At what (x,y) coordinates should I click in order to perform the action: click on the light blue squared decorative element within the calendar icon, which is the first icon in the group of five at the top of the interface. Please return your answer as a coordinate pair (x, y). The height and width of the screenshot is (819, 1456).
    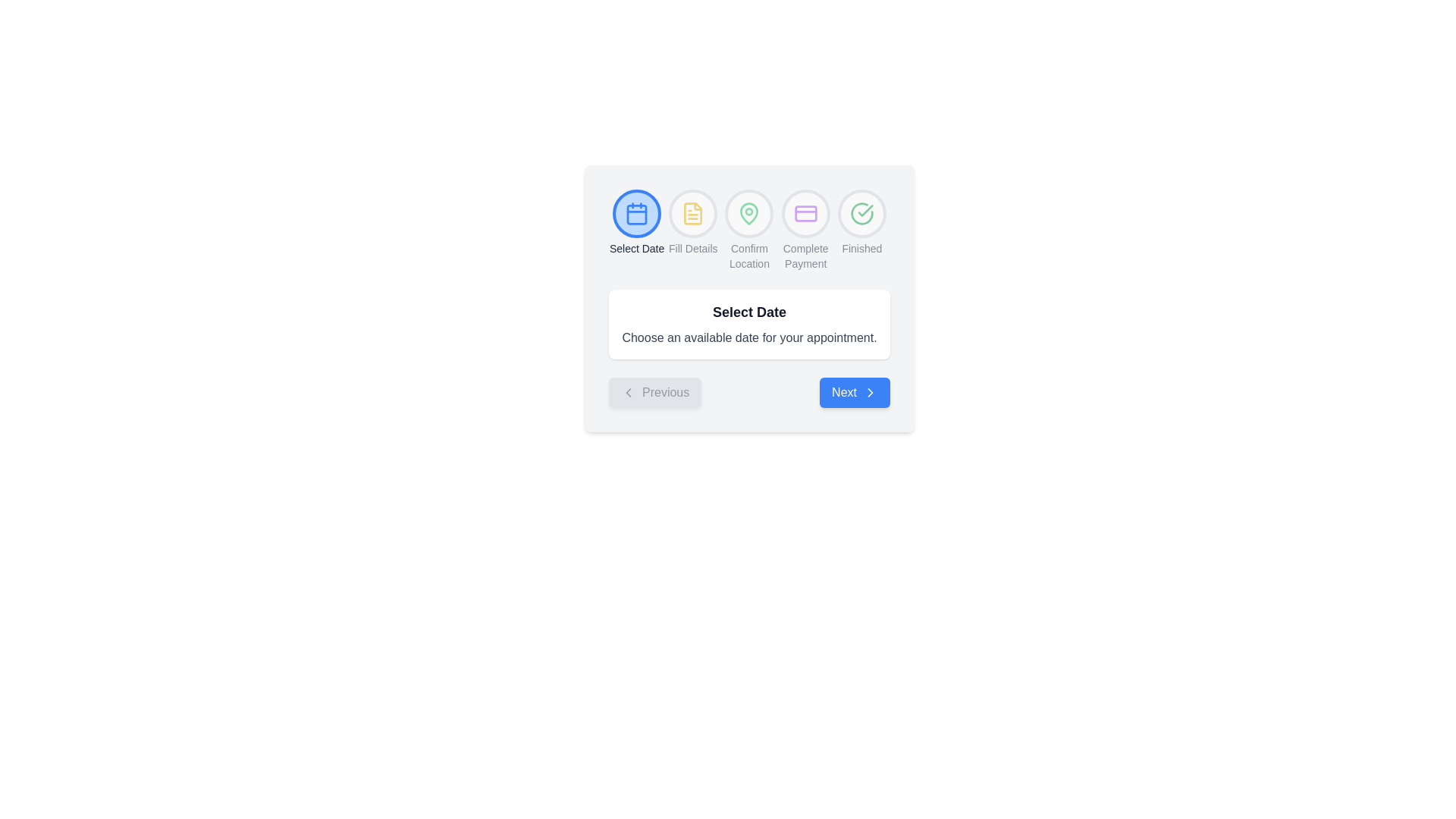
    Looking at the image, I should click on (637, 215).